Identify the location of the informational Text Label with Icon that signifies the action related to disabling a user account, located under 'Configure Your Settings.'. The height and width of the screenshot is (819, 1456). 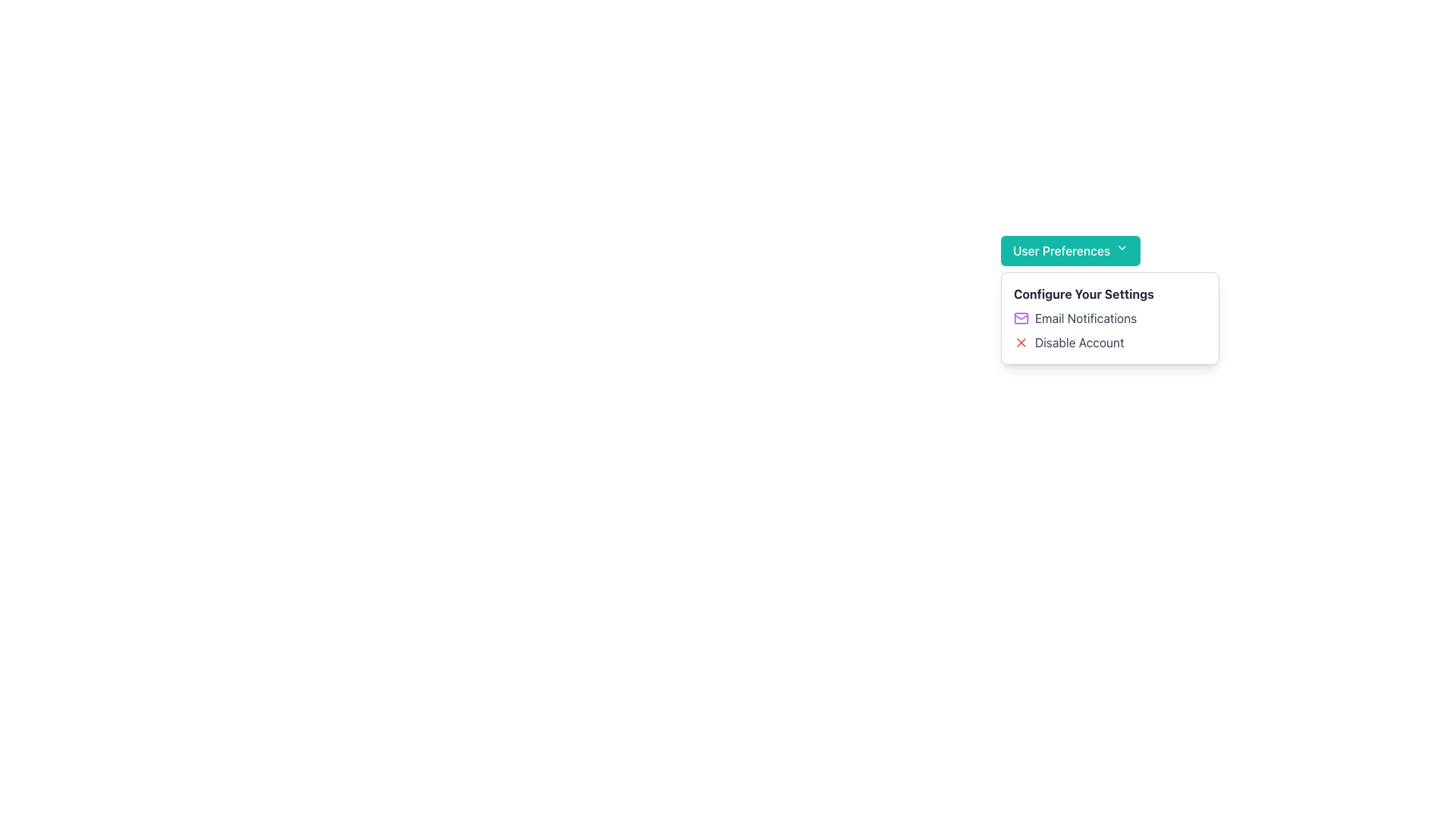
(1109, 342).